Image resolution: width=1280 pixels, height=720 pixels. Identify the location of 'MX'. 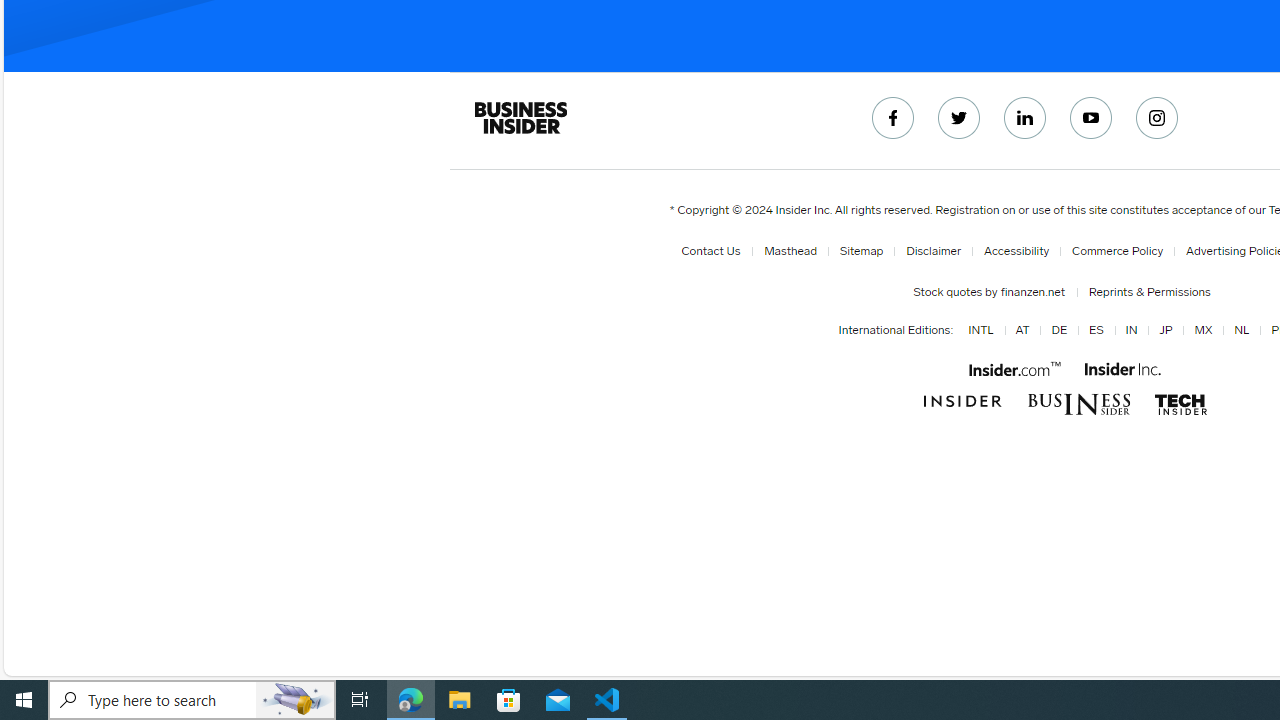
(1202, 330).